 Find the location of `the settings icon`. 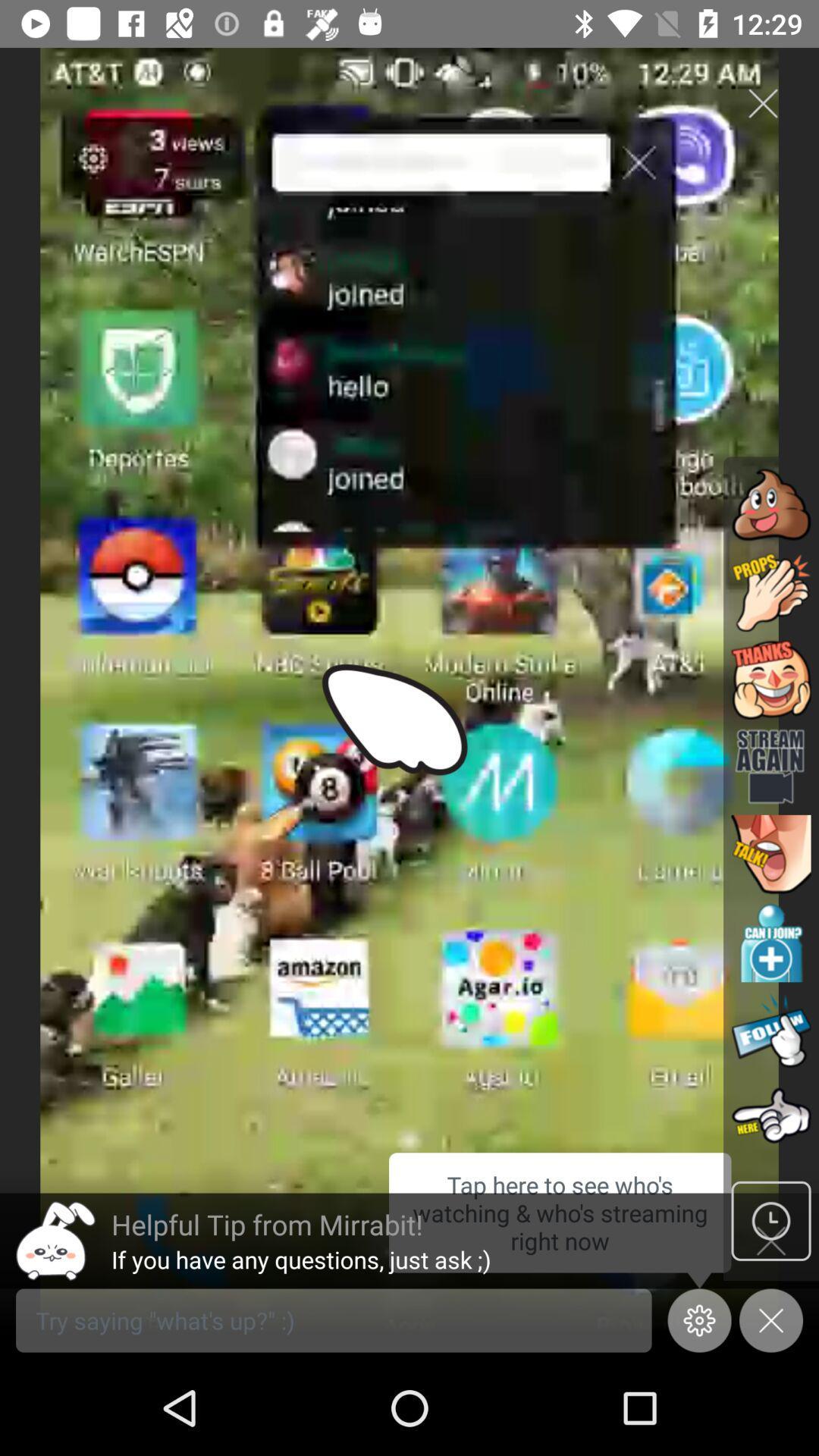

the settings icon is located at coordinates (699, 1319).